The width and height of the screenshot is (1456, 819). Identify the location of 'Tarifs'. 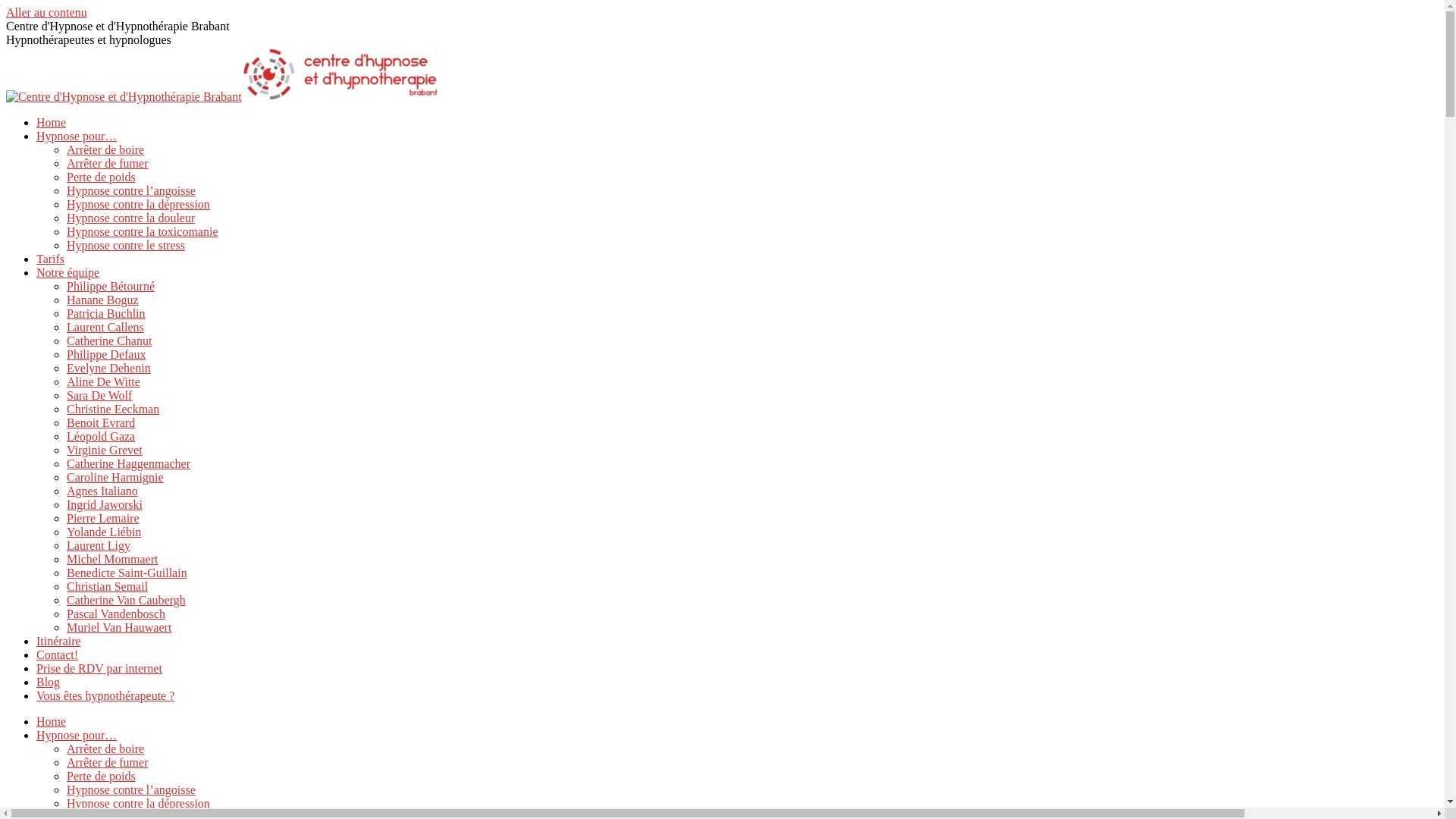
(50, 258).